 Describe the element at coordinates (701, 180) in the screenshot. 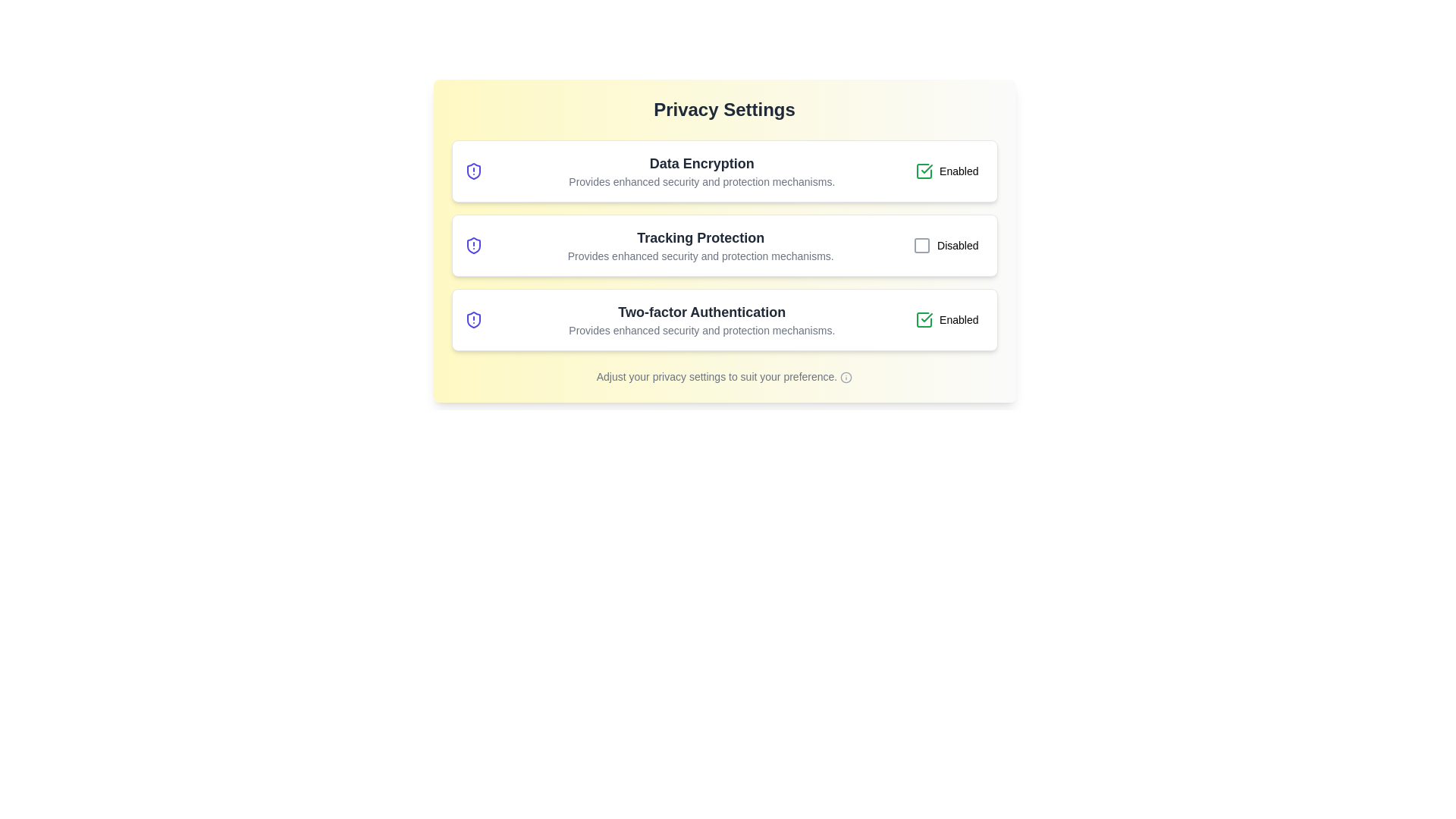

I see `the text element reading 'Provides enhanced security and protection mechanisms.' located beneath the title 'Data Encryption' in the settings interface` at that location.